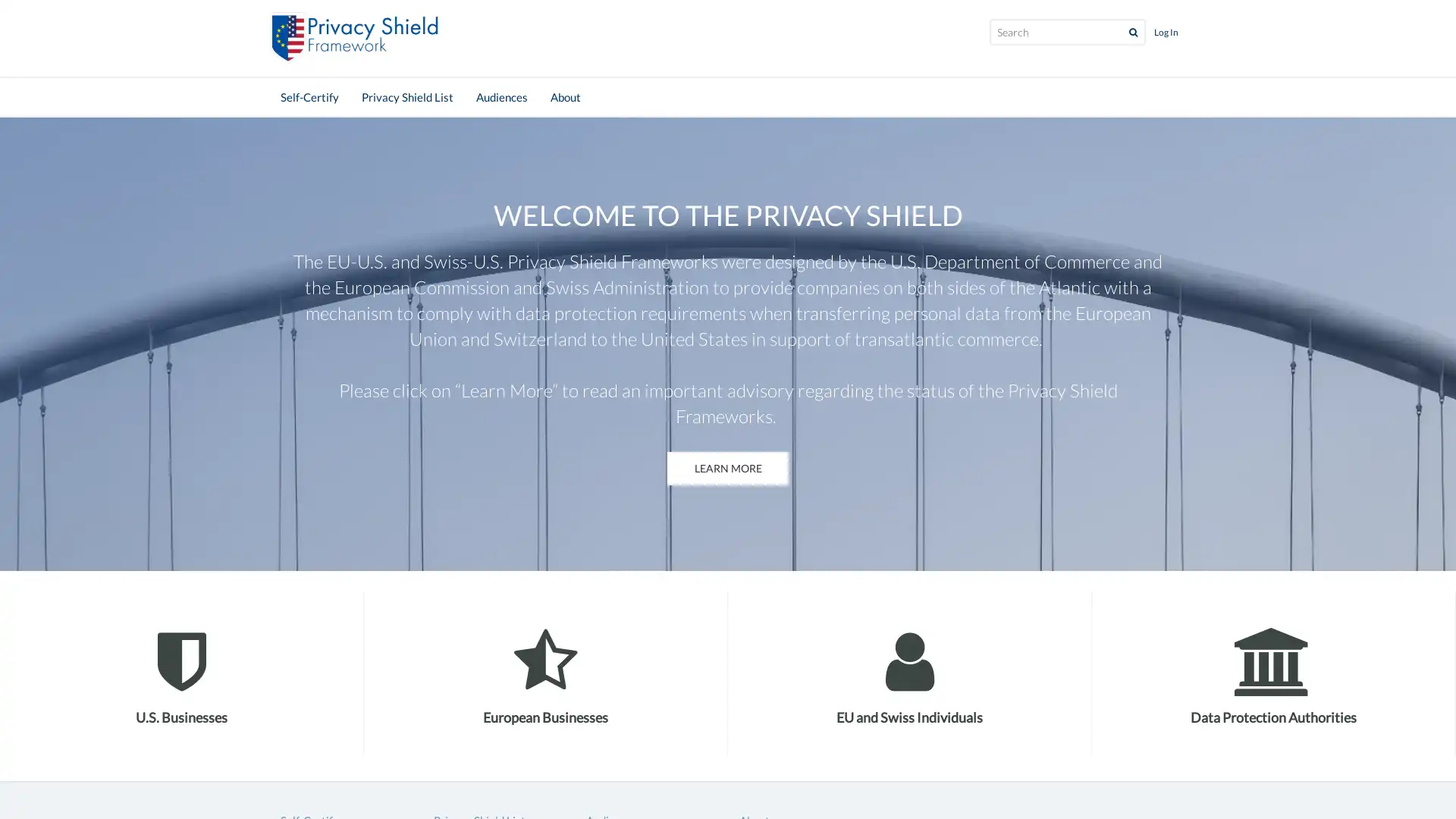 The height and width of the screenshot is (819, 1456). Describe the element at coordinates (1165, 32) in the screenshot. I see `Log In` at that location.